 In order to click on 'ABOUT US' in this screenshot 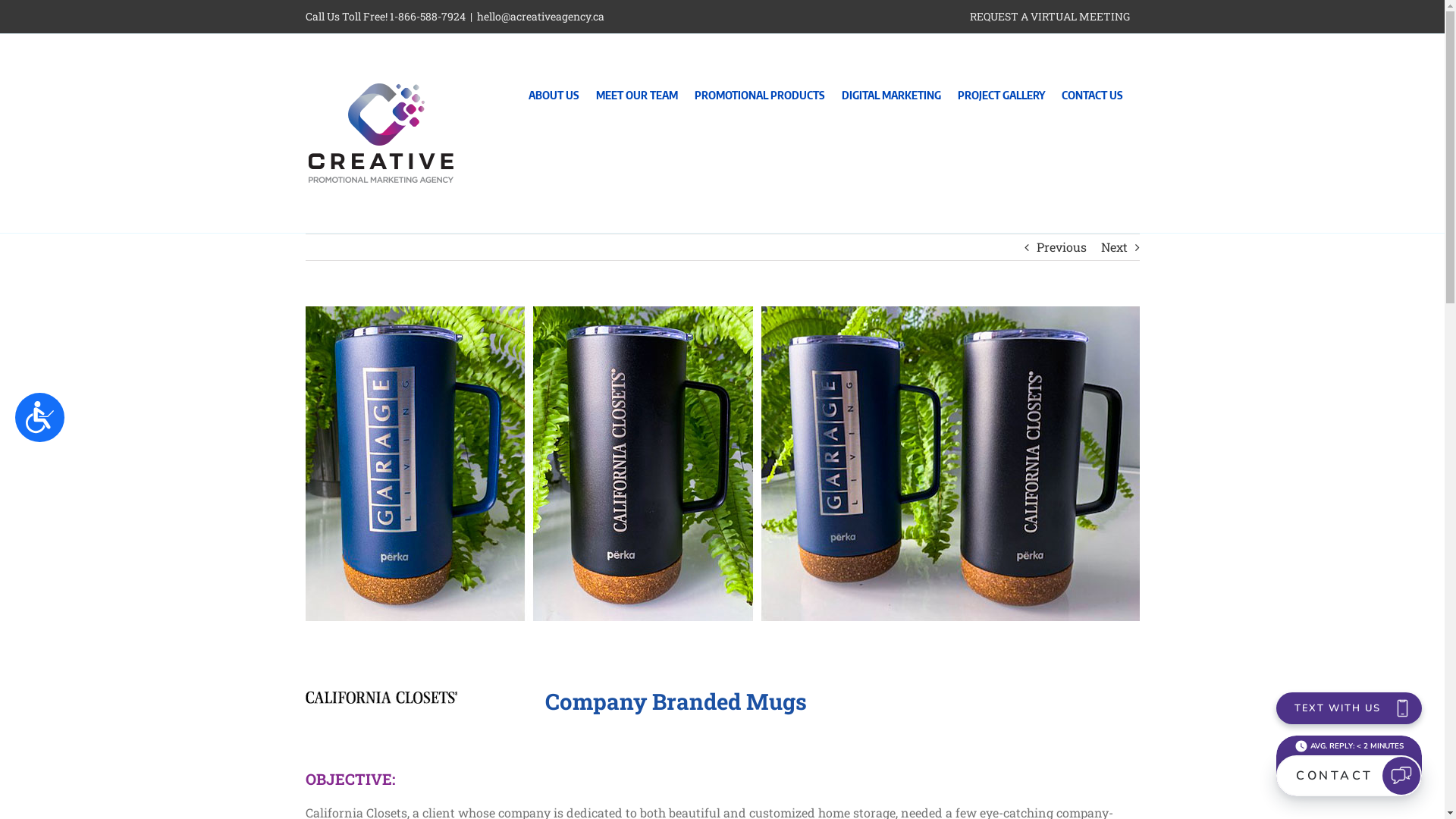, I will do `click(552, 90)`.